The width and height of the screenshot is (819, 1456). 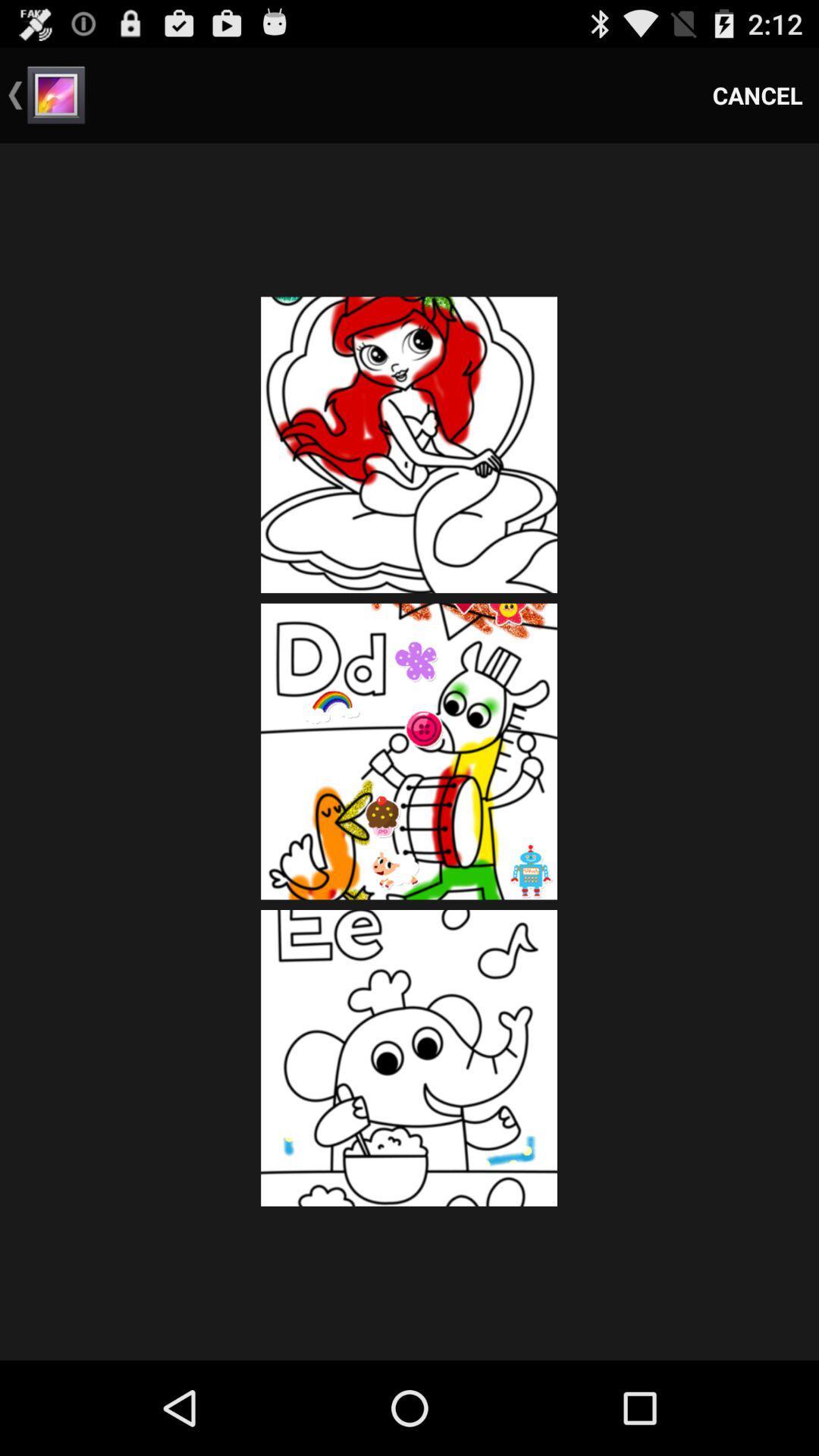 What do you see at coordinates (758, 94) in the screenshot?
I see `the icon at the top right corner` at bounding box center [758, 94].